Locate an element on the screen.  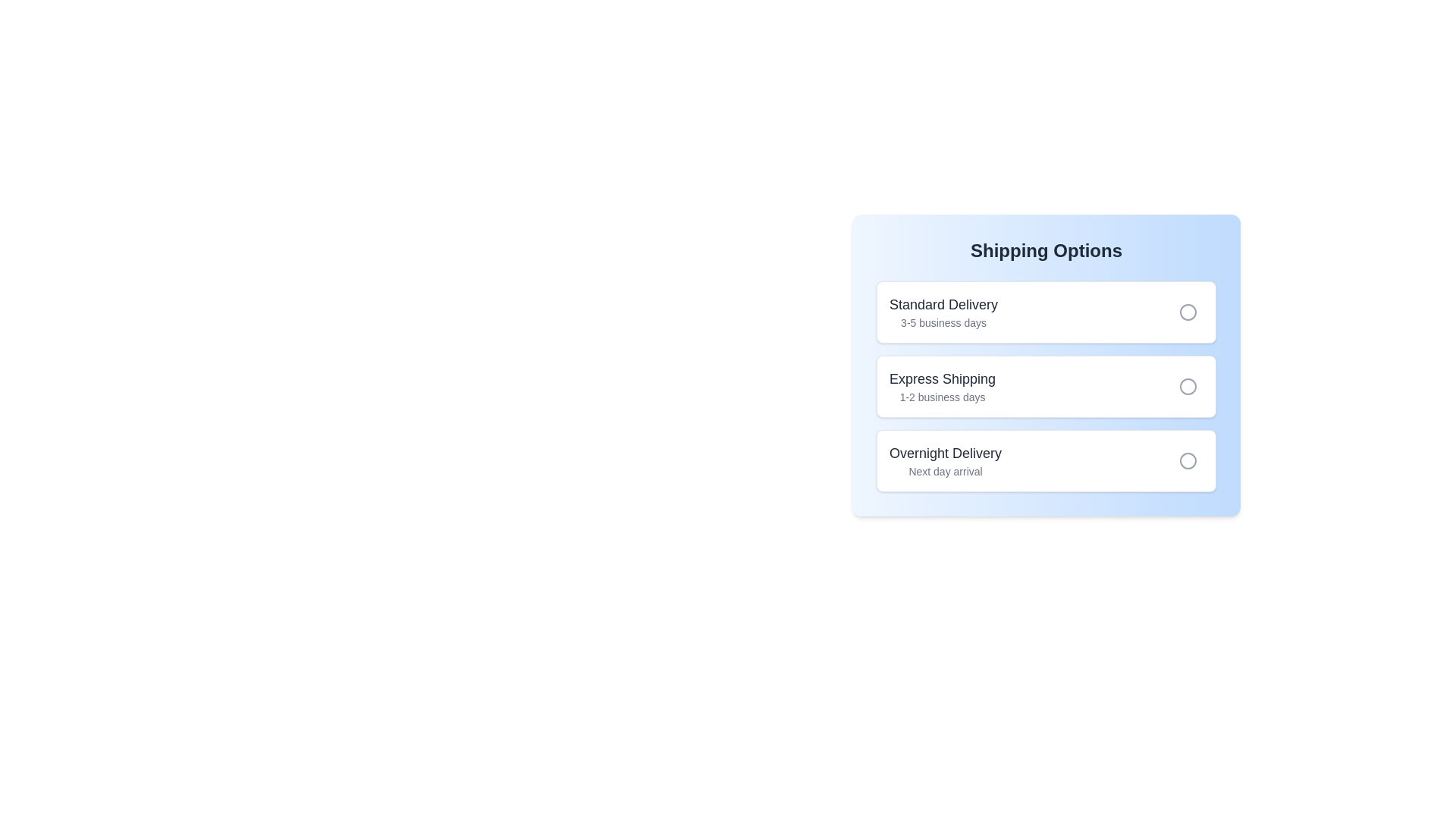
the unfilled circular radio button located at the far right of the 'Overnight Delivery' option in the 'Shipping Options' list to indicate interactivity is located at coordinates (1187, 460).